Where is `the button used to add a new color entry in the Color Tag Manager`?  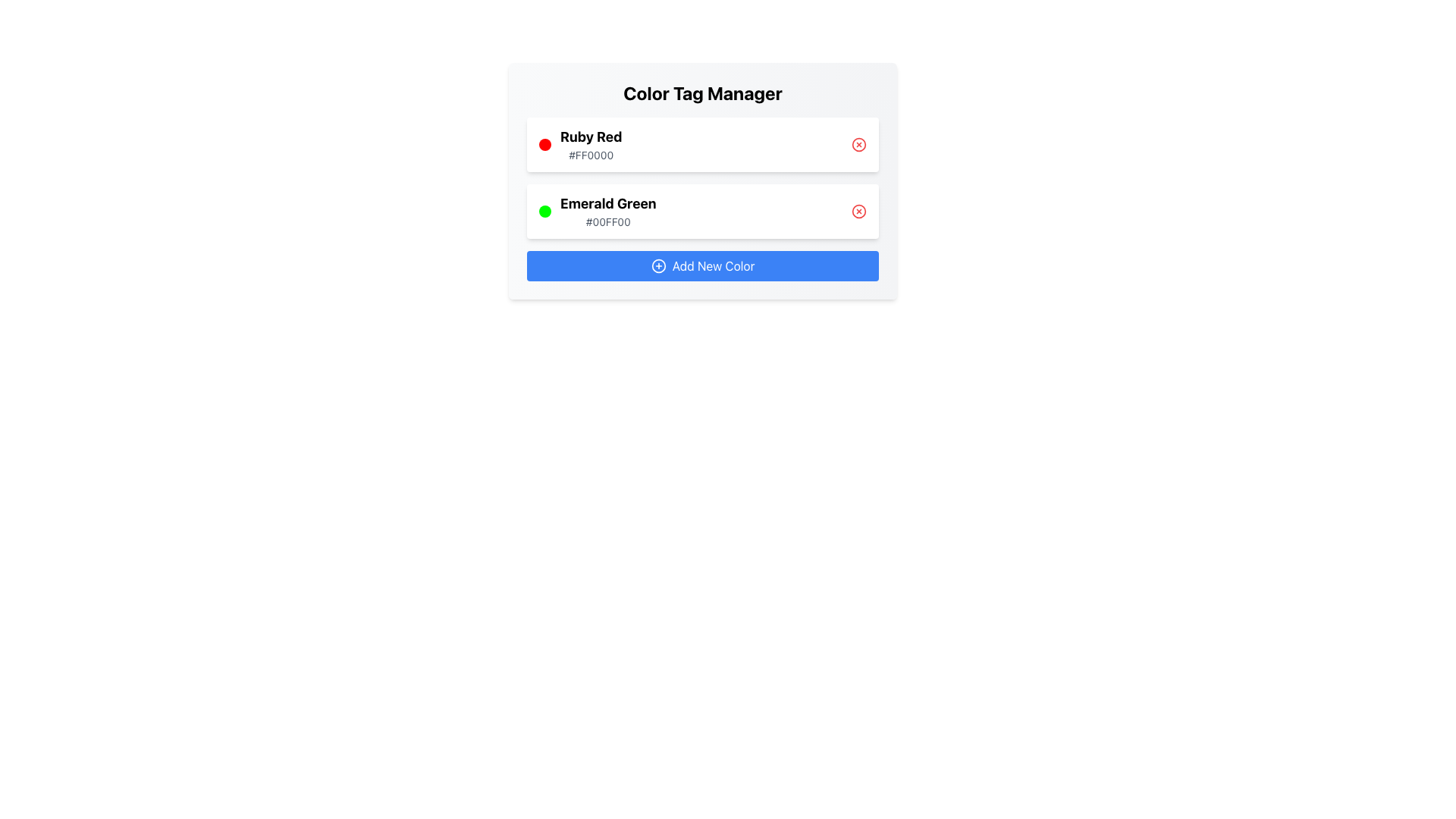 the button used to add a new color entry in the Color Tag Manager is located at coordinates (701, 265).